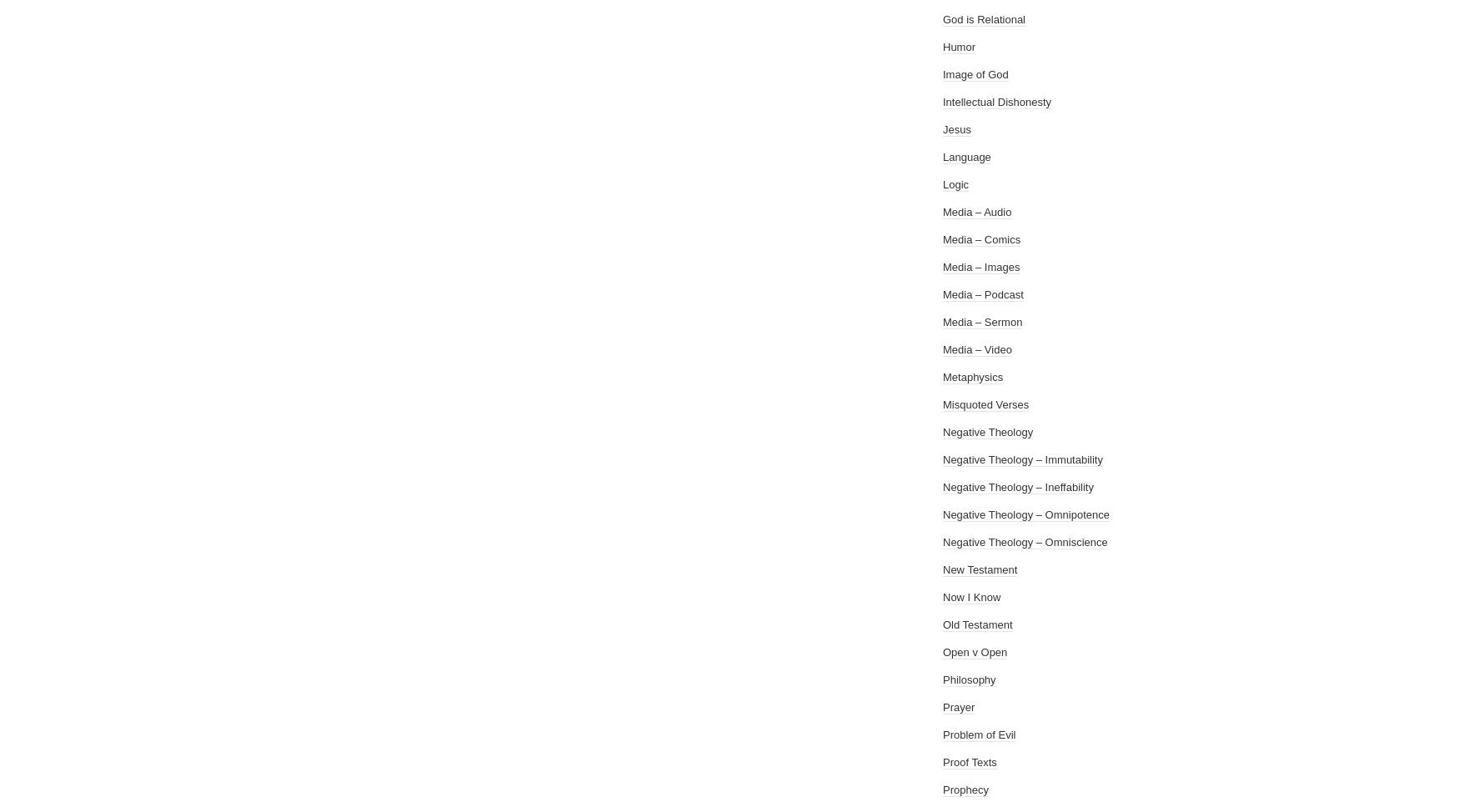 The width and height of the screenshot is (1469, 812). I want to click on 'Prayer', so click(959, 707).